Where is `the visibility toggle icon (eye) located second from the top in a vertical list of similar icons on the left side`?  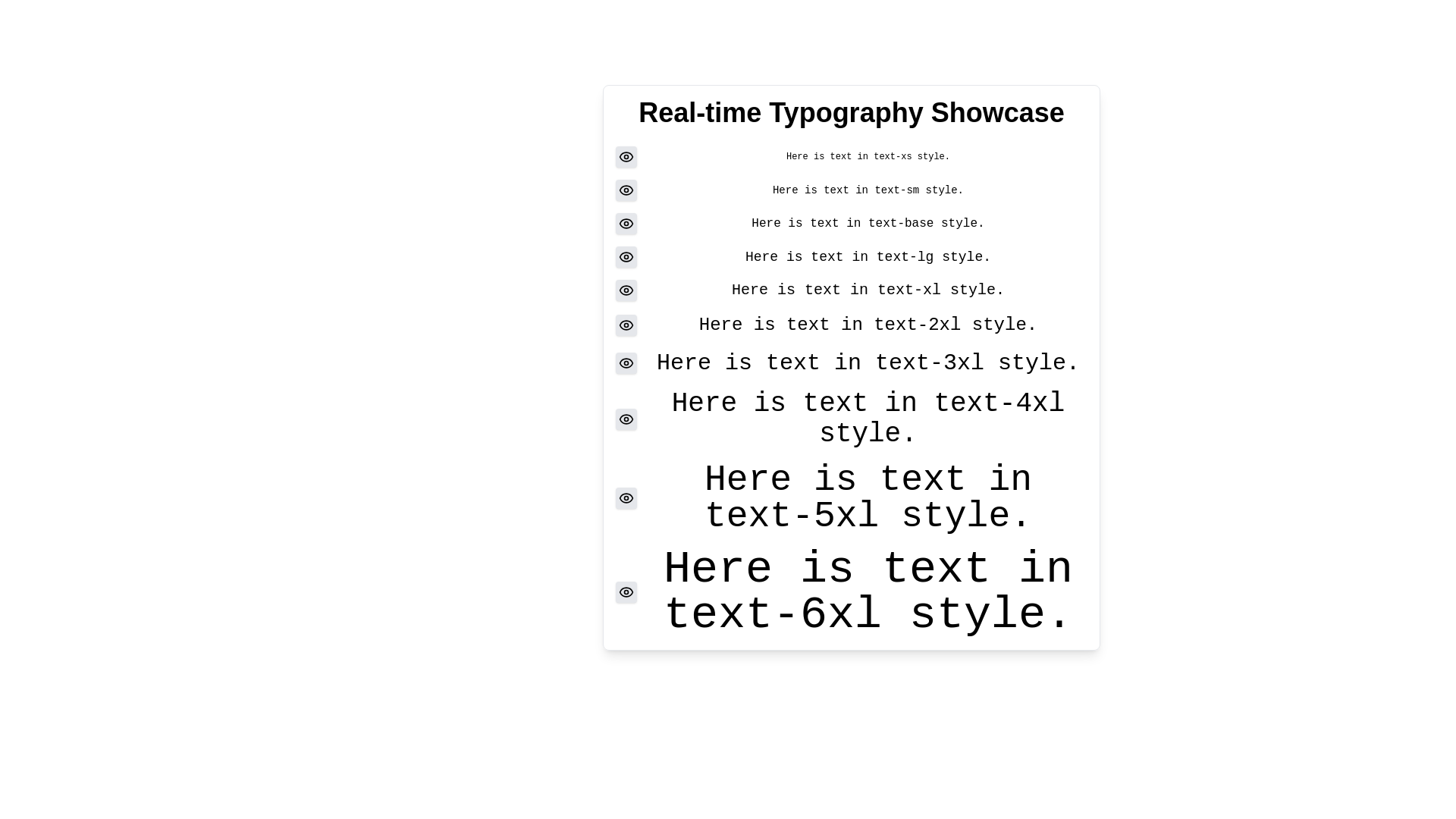 the visibility toggle icon (eye) located second from the top in a vertical list of similar icons on the left side is located at coordinates (626, 189).